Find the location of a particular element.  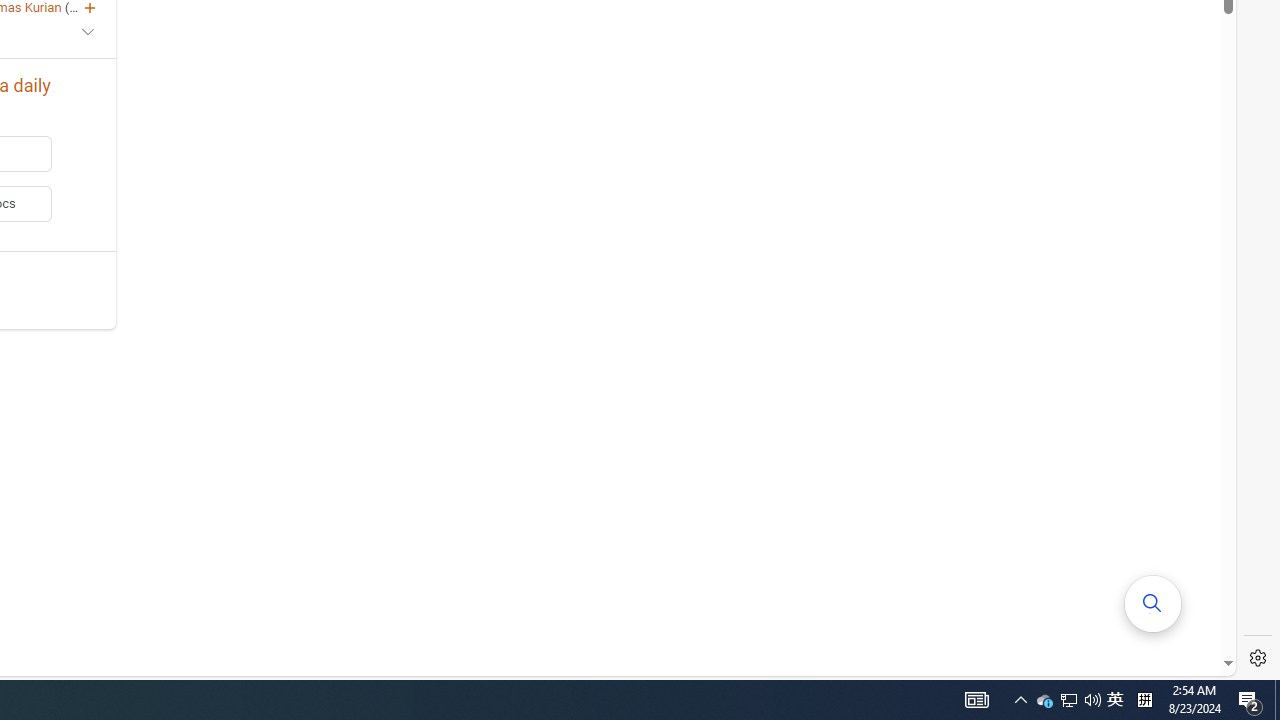

'AutomationID: mfa_root' is located at coordinates (1153, 602).